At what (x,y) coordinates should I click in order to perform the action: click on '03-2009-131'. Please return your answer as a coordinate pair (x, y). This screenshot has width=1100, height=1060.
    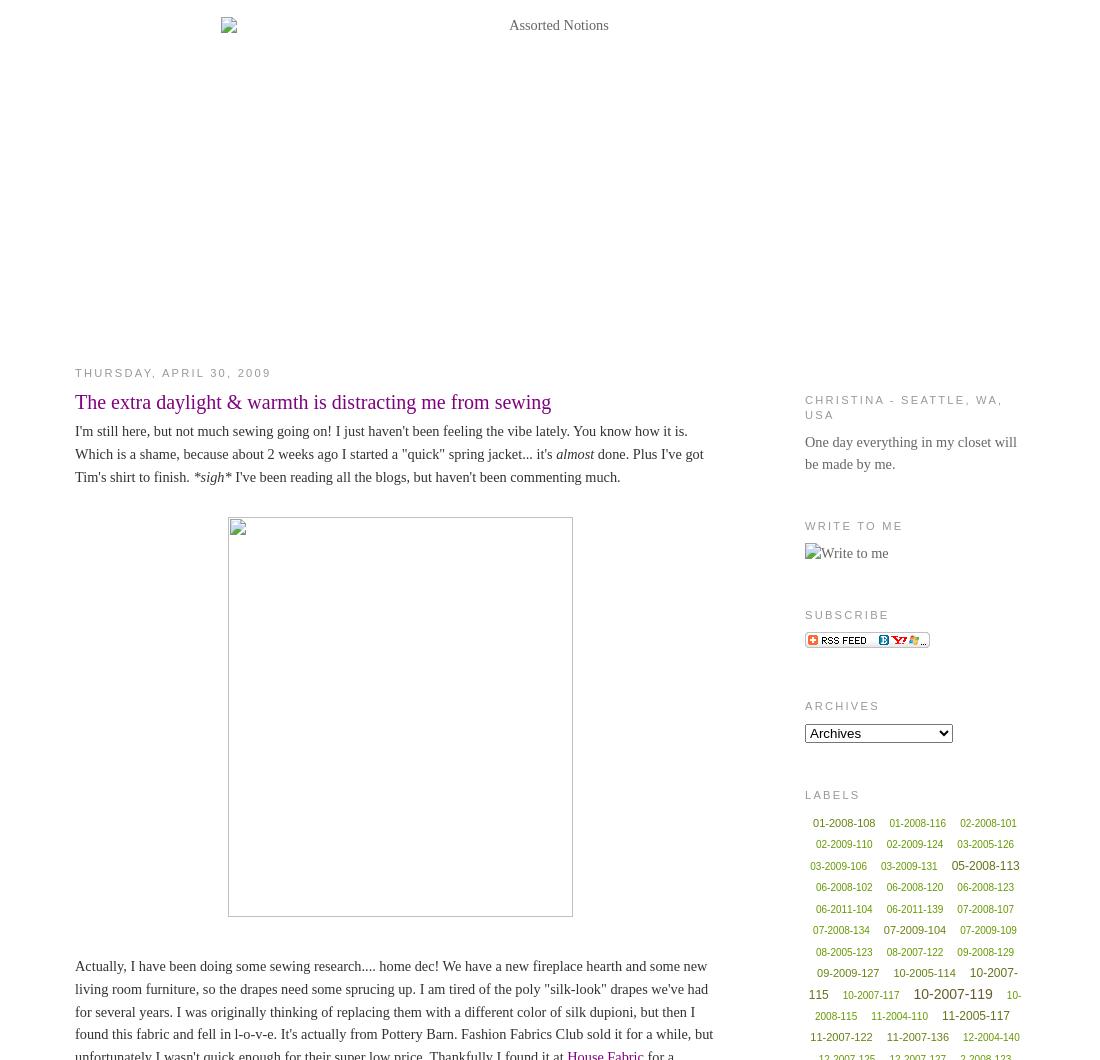
    Looking at the image, I should click on (908, 865).